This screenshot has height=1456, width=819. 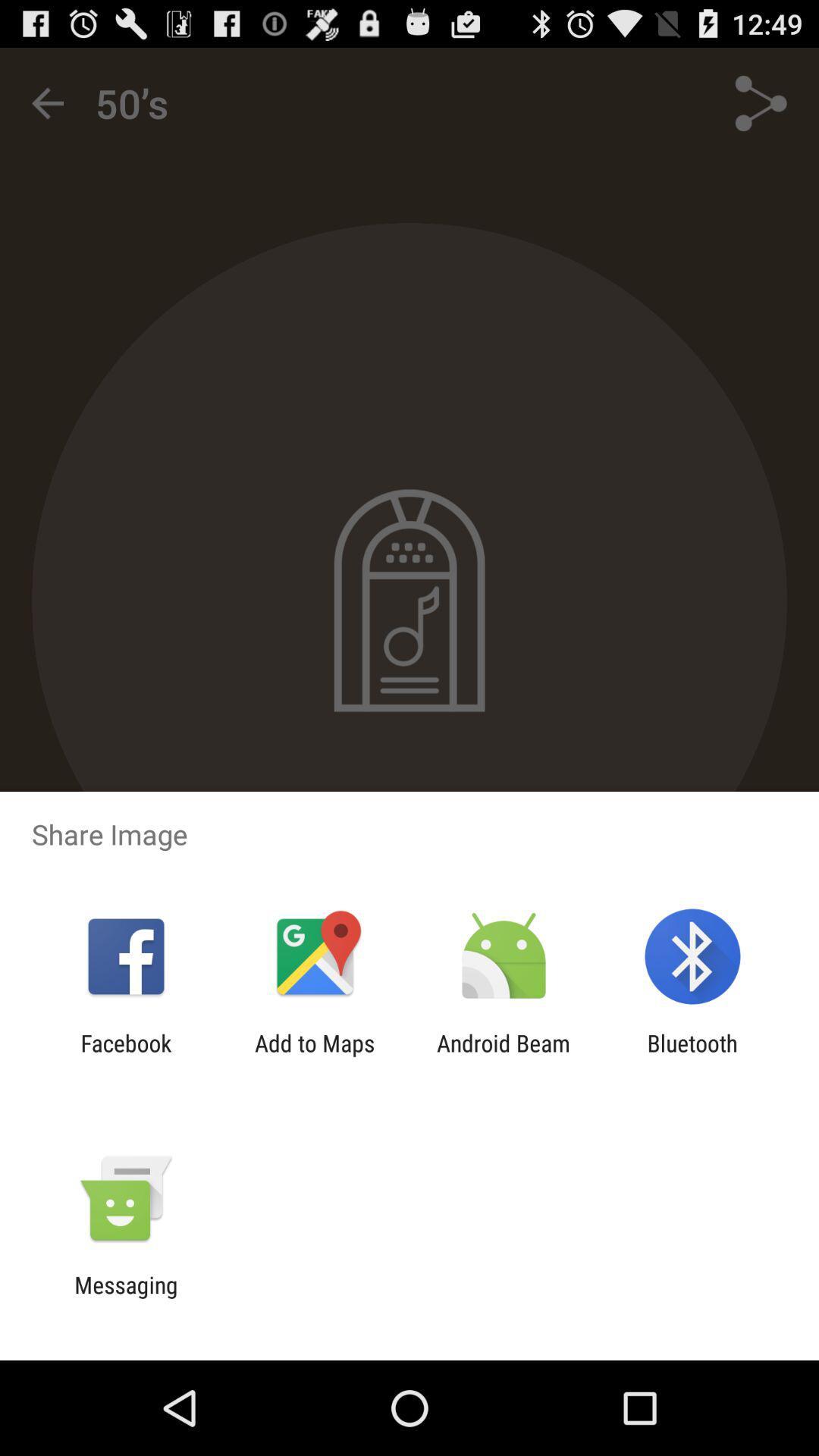 I want to click on bluetooth app, so click(x=692, y=1056).